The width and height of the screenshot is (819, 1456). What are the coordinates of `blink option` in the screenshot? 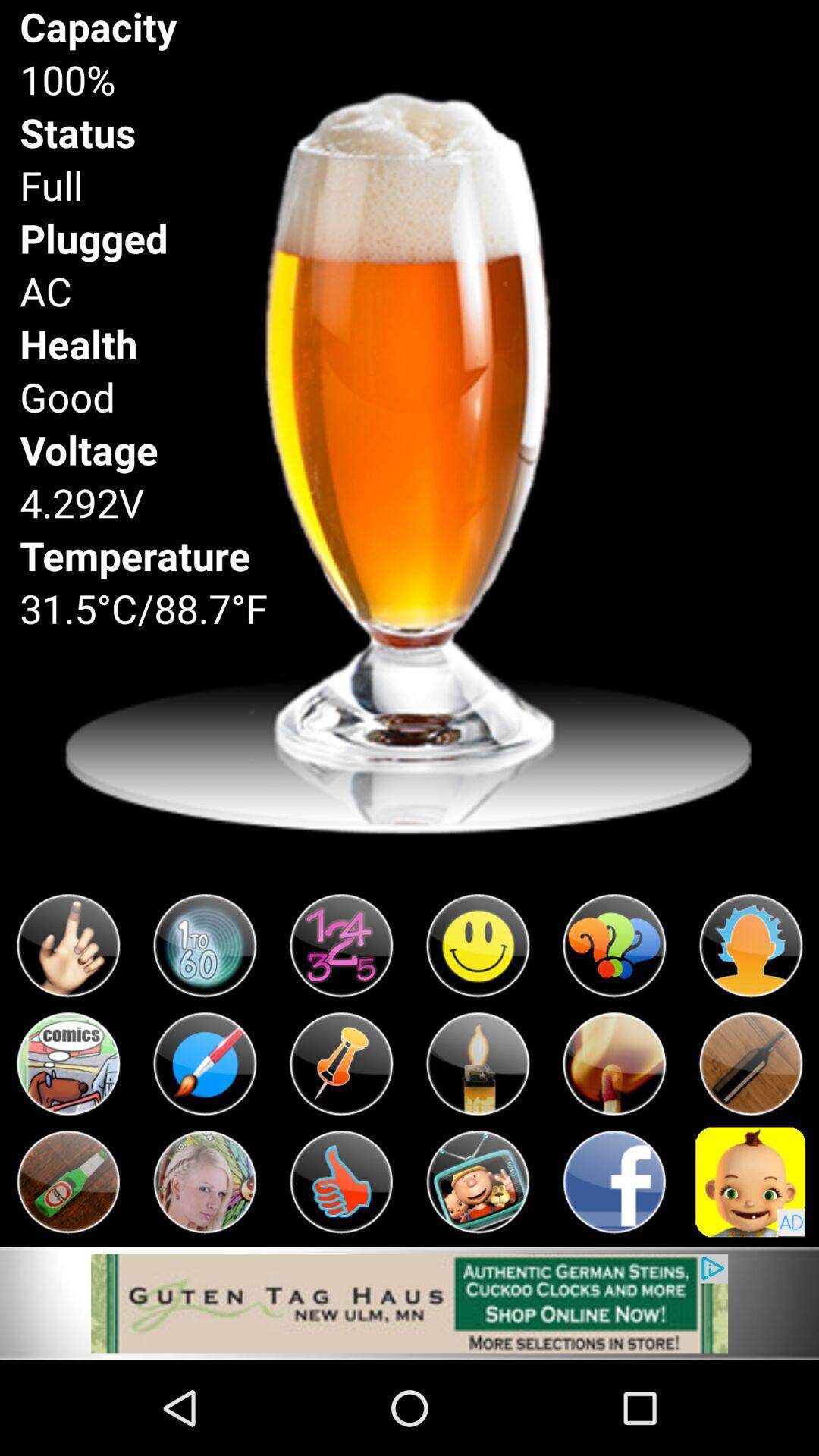 It's located at (205, 945).